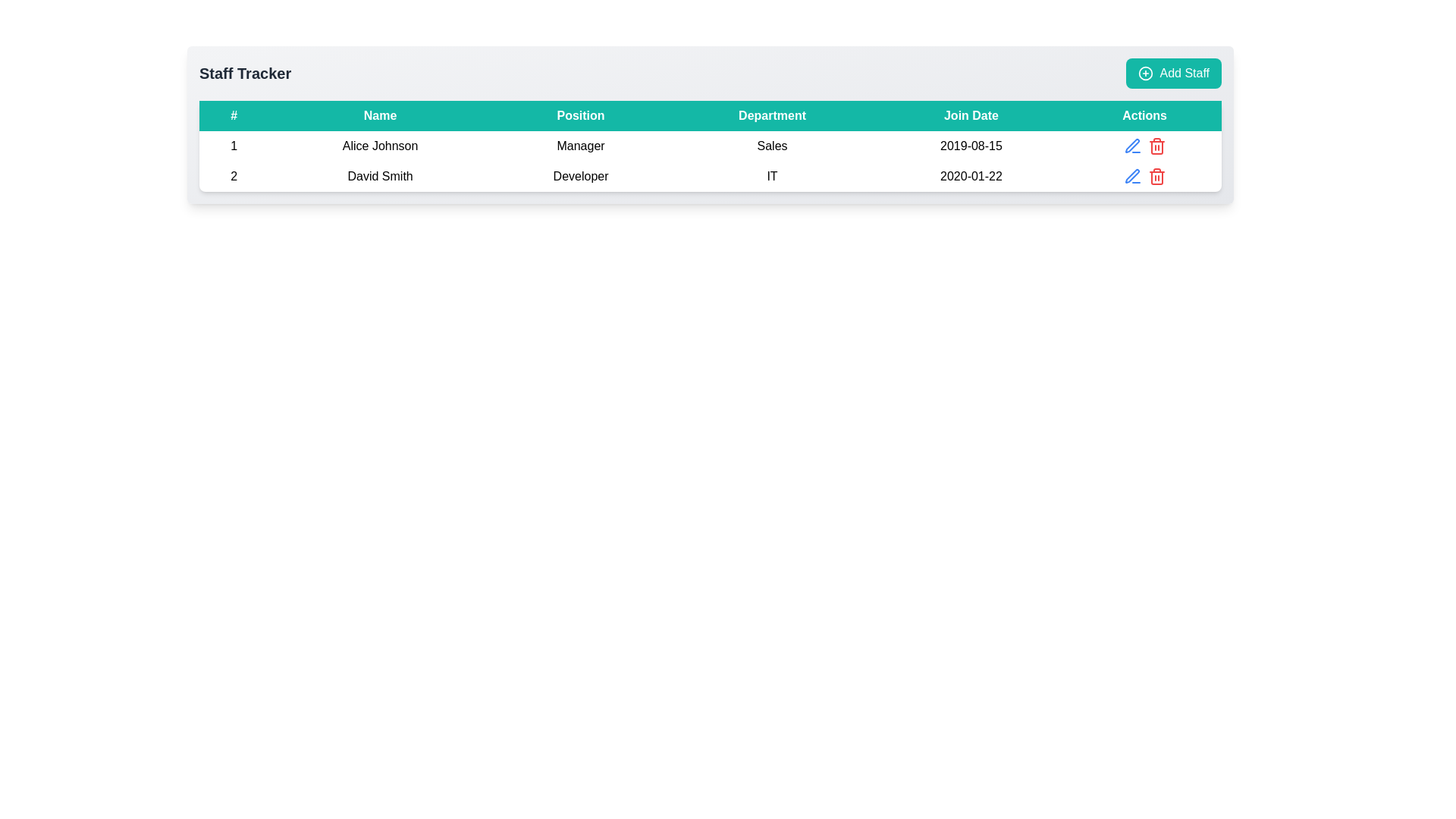 The width and height of the screenshot is (1456, 819). Describe the element at coordinates (580, 115) in the screenshot. I see `the 'Position' table header, which is the third column header between 'Name' and 'Department'` at that location.